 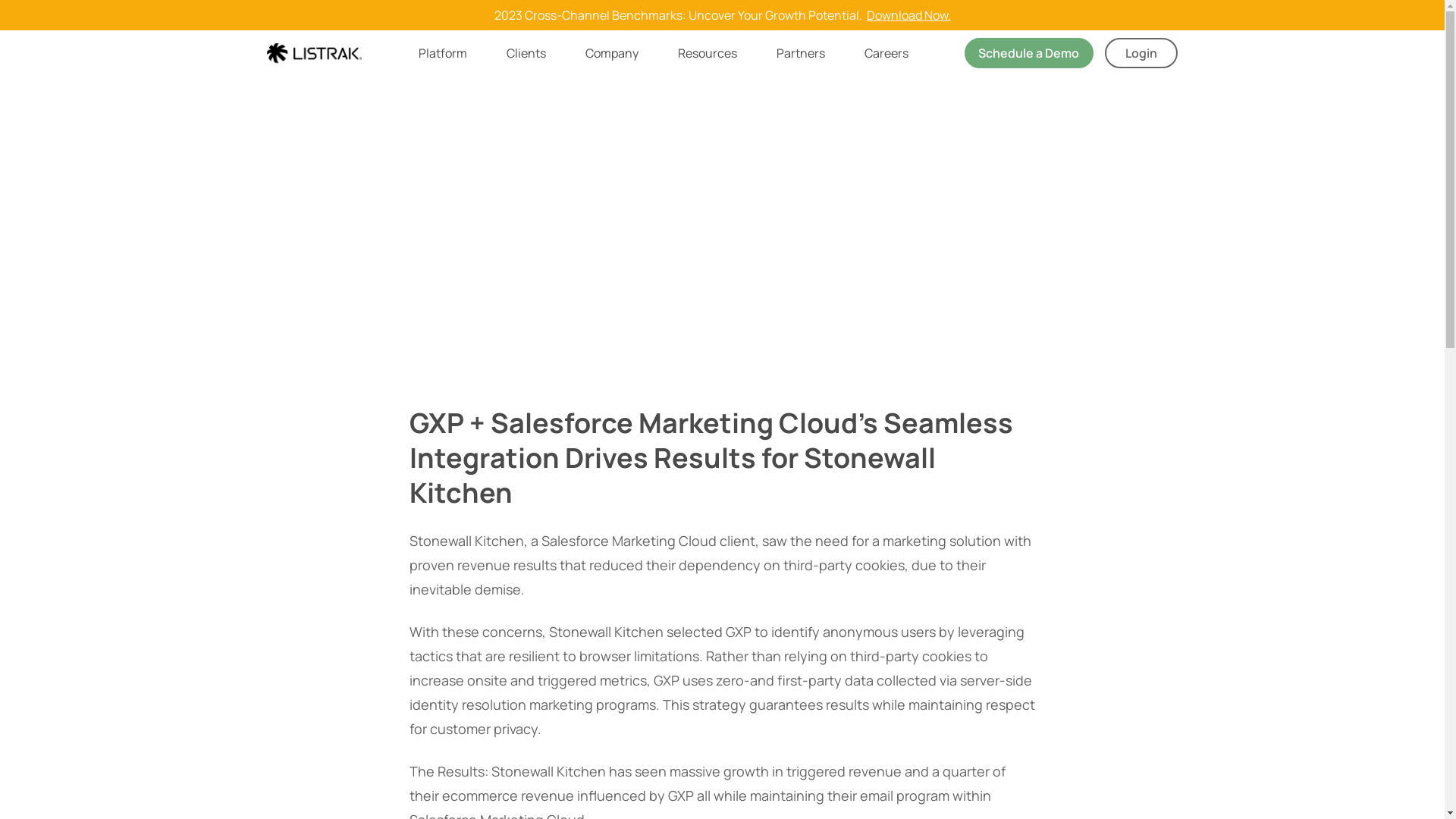 What do you see at coordinates (506, 52) in the screenshot?
I see `'Clients'` at bounding box center [506, 52].